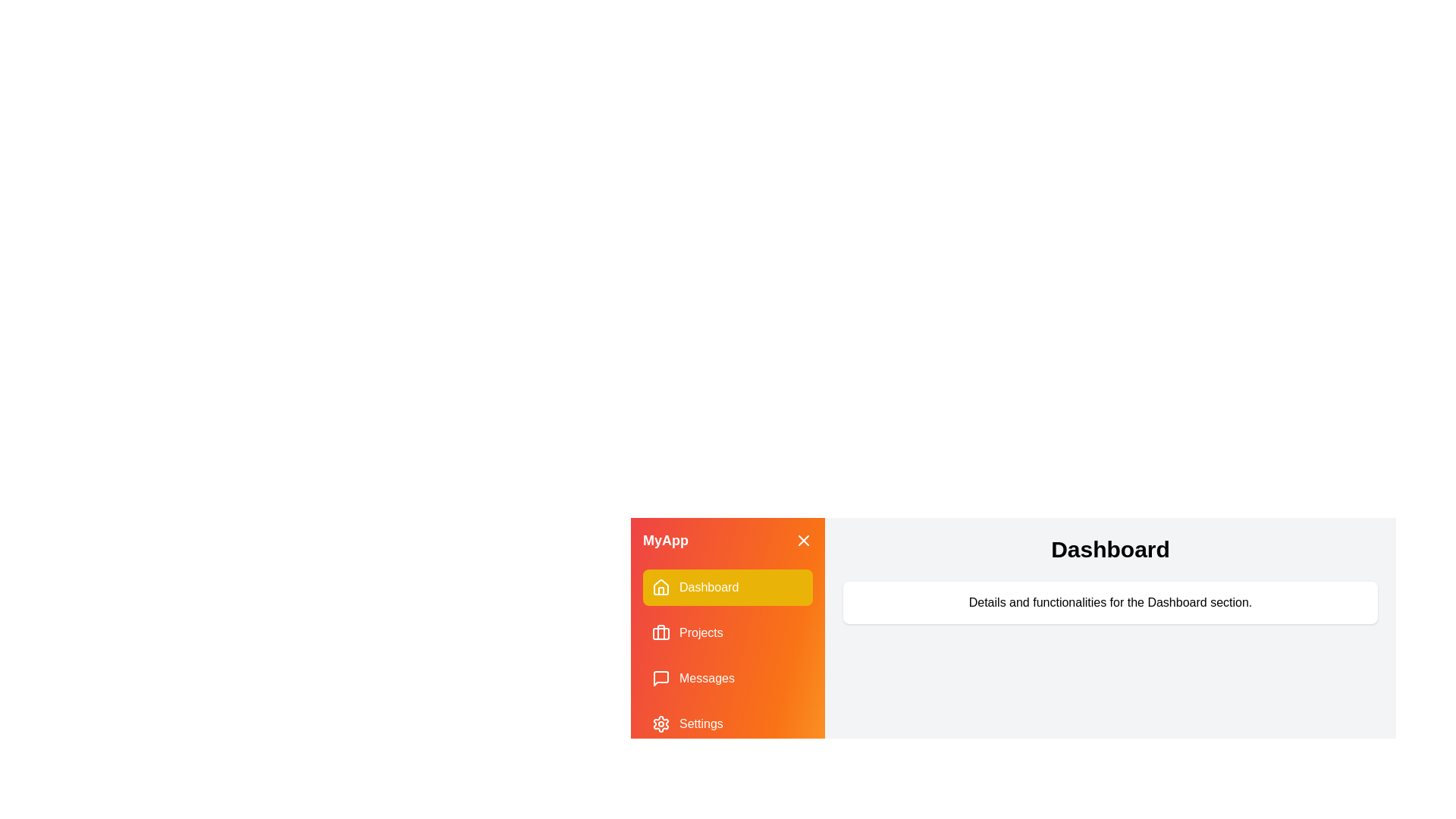  What do you see at coordinates (728, 587) in the screenshot?
I see `the menu item Dashboard` at bounding box center [728, 587].